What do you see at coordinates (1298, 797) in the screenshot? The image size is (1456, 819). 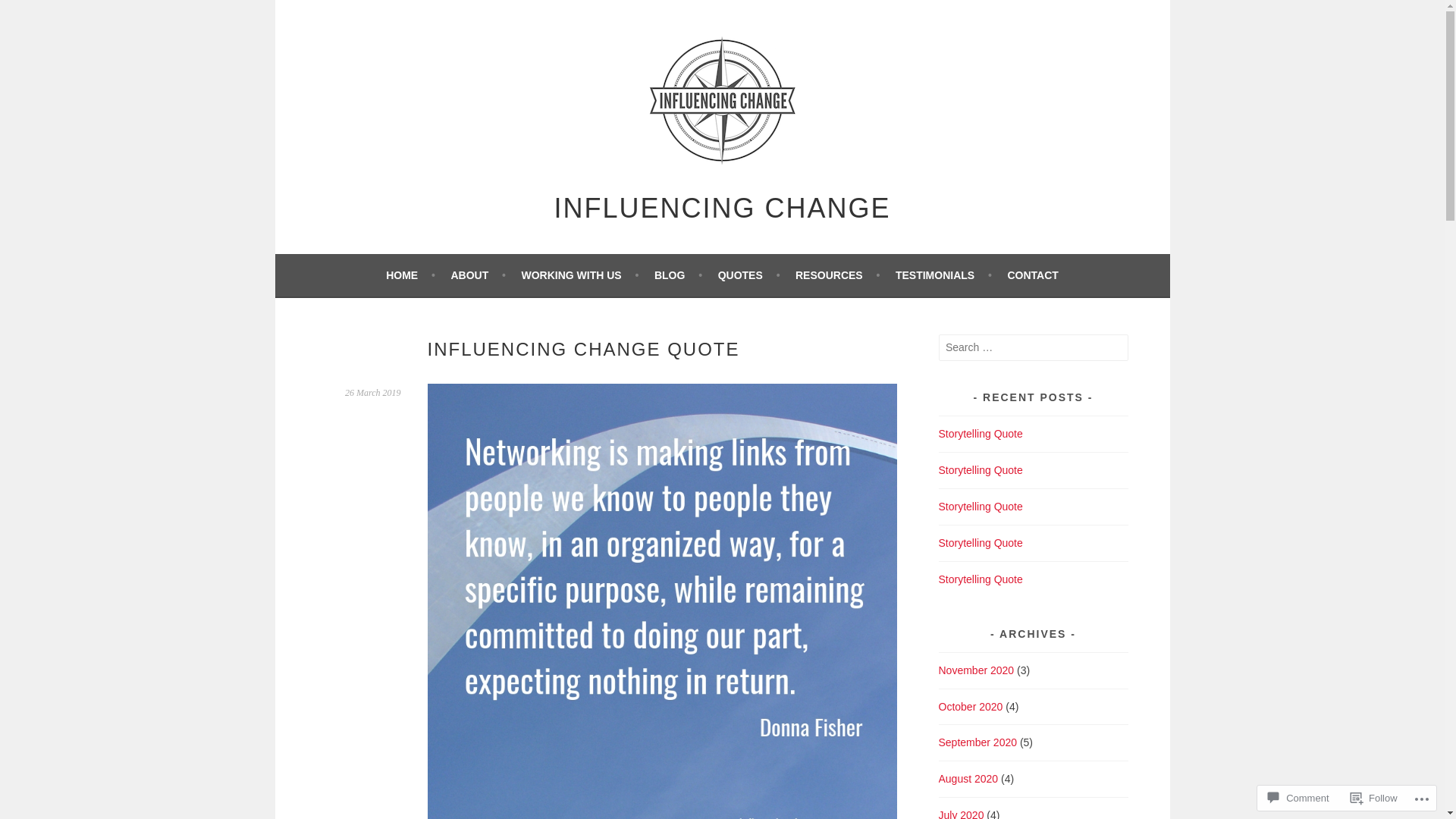 I see `'Comment'` at bounding box center [1298, 797].